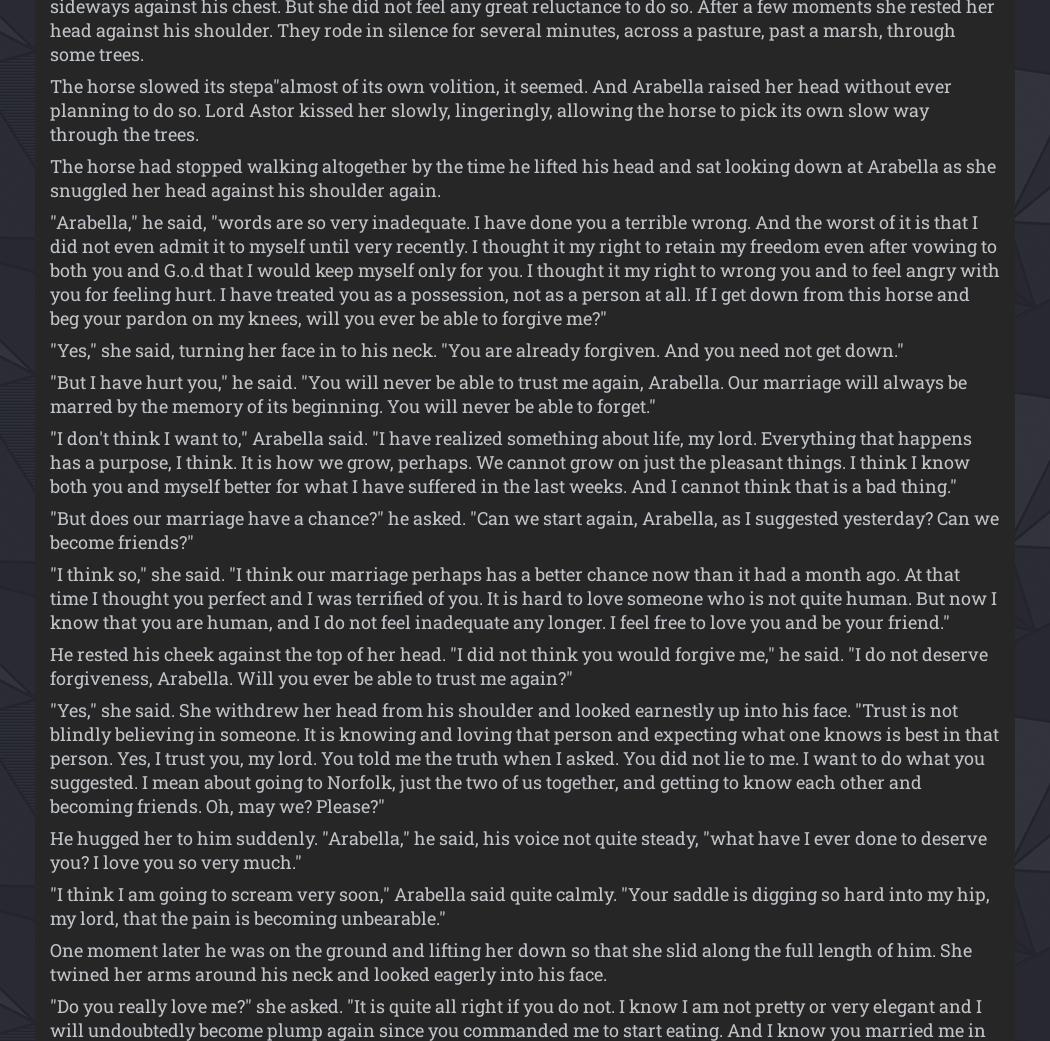  Describe the element at coordinates (510, 459) in the screenshot. I see `'"I don't think I want to," Arabella said. "I have realized something about life, my lord. Everything that happens has a purpose, I think. It is how we grow, perhaps. We cannot grow on just the pleasant things. I think I know both you and myself better for what I have suffered in the last weeks. And I cannot think that is a bad thing."'` at that location.